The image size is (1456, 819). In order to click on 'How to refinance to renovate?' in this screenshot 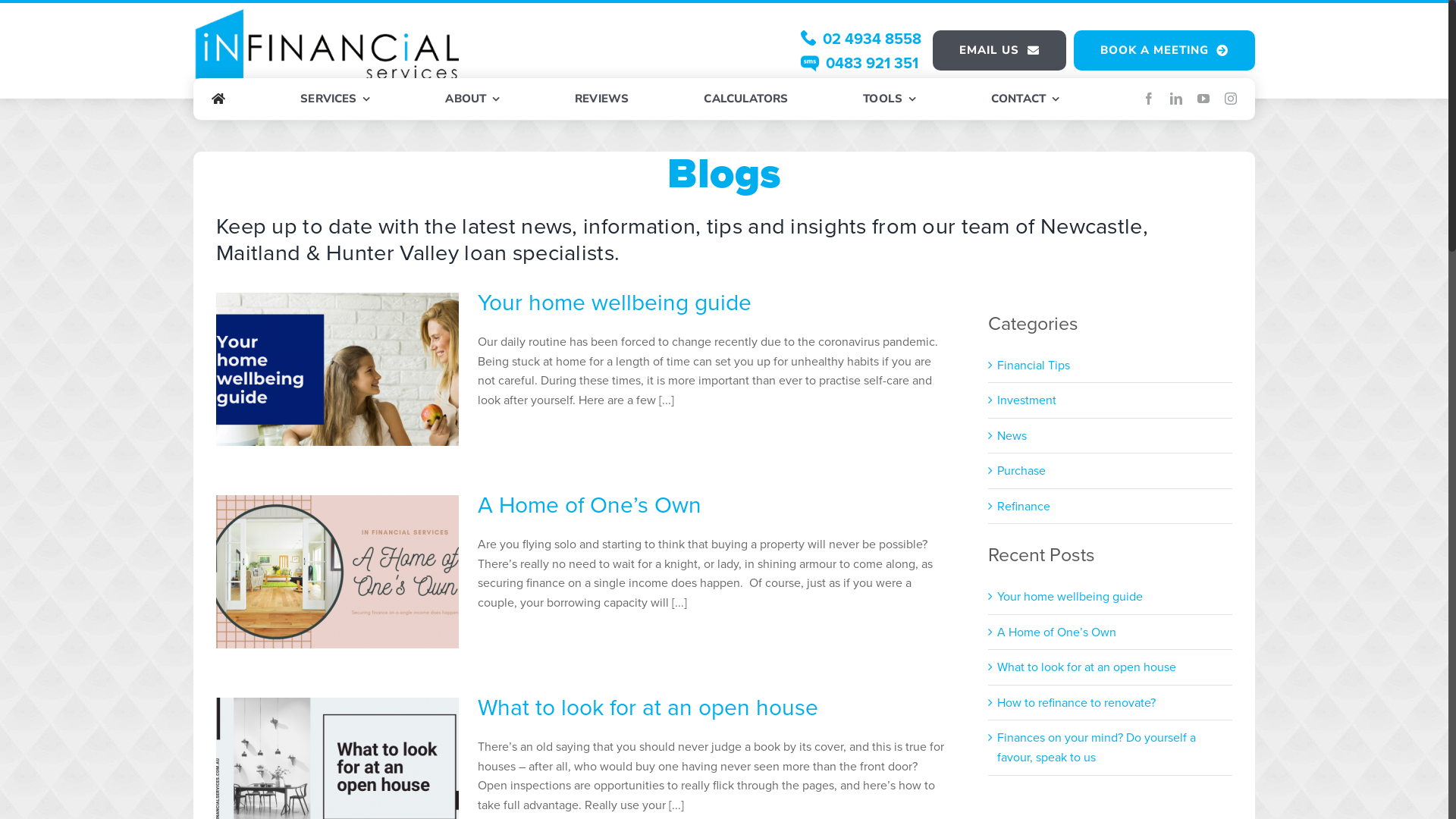, I will do `click(1075, 702)`.